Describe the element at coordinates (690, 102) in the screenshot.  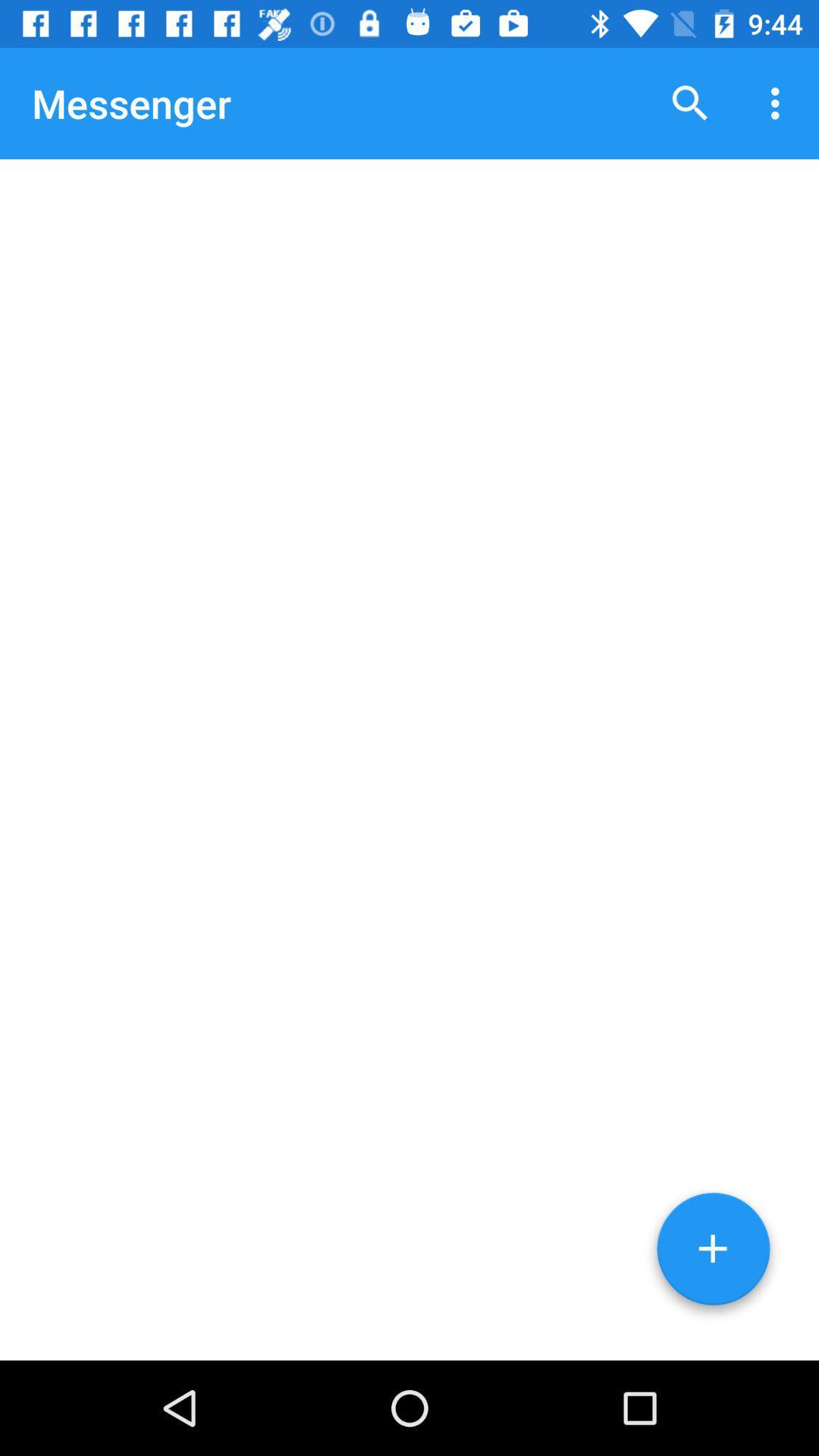
I see `the app to the right of messenger app` at that location.